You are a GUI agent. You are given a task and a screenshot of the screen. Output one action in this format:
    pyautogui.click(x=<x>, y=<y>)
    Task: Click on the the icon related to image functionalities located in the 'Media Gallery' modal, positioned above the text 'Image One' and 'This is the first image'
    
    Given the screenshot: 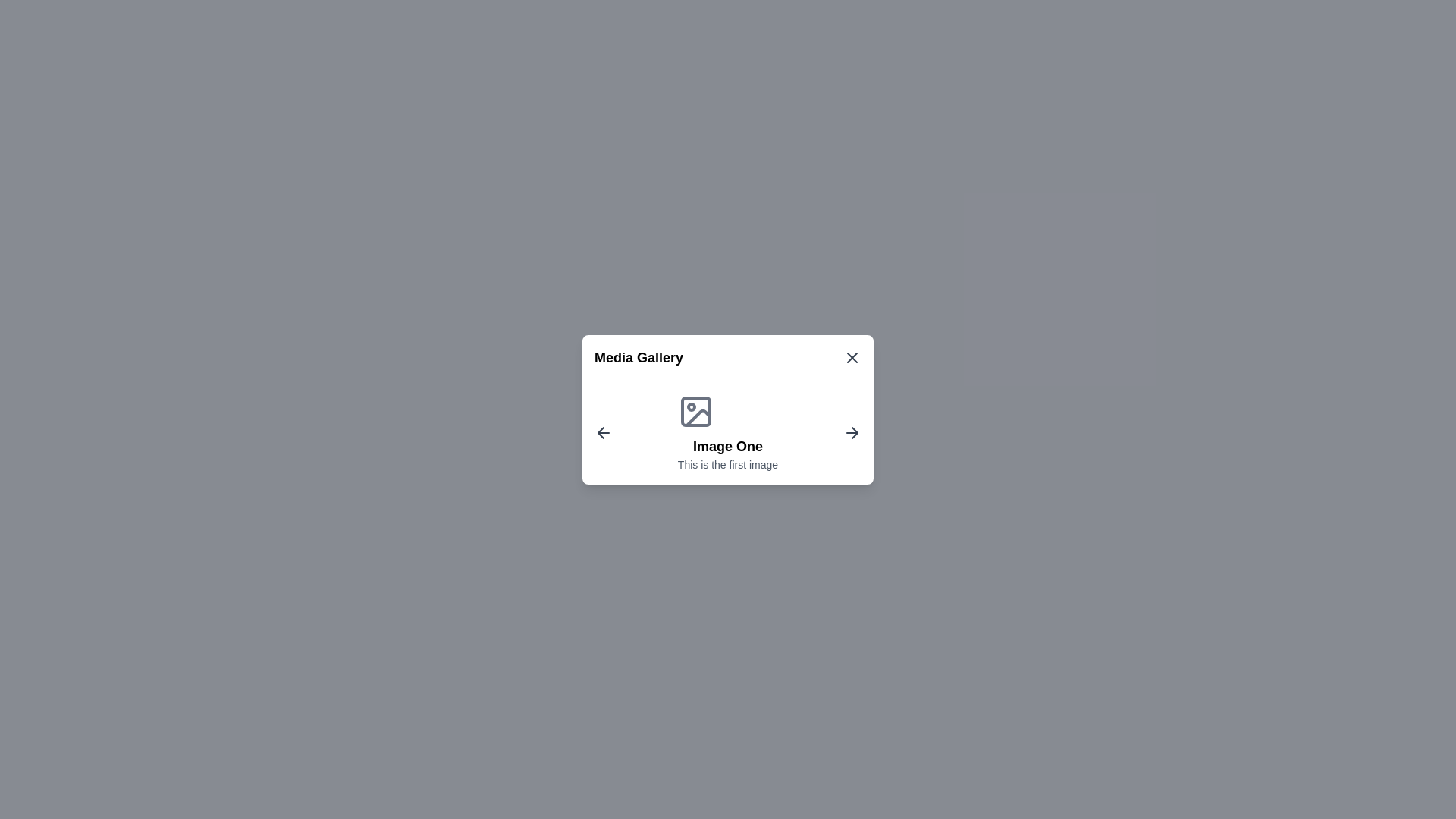 What is the action you would take?
    pyautogui.click(x=695, y=411)
    